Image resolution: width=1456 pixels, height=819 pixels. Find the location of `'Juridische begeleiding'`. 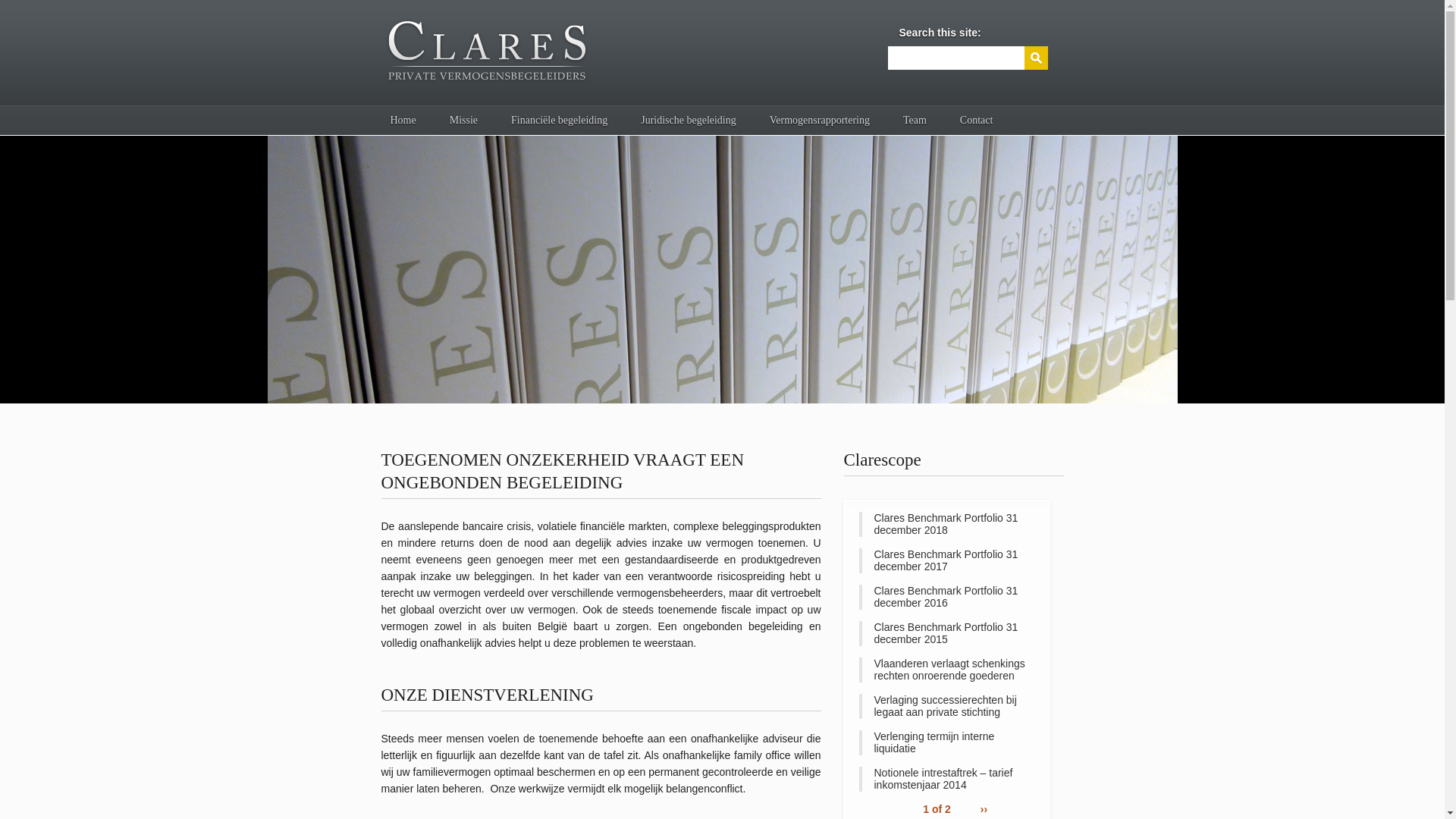

'Juridische begeleiding' is located at coordinates (687, 119).